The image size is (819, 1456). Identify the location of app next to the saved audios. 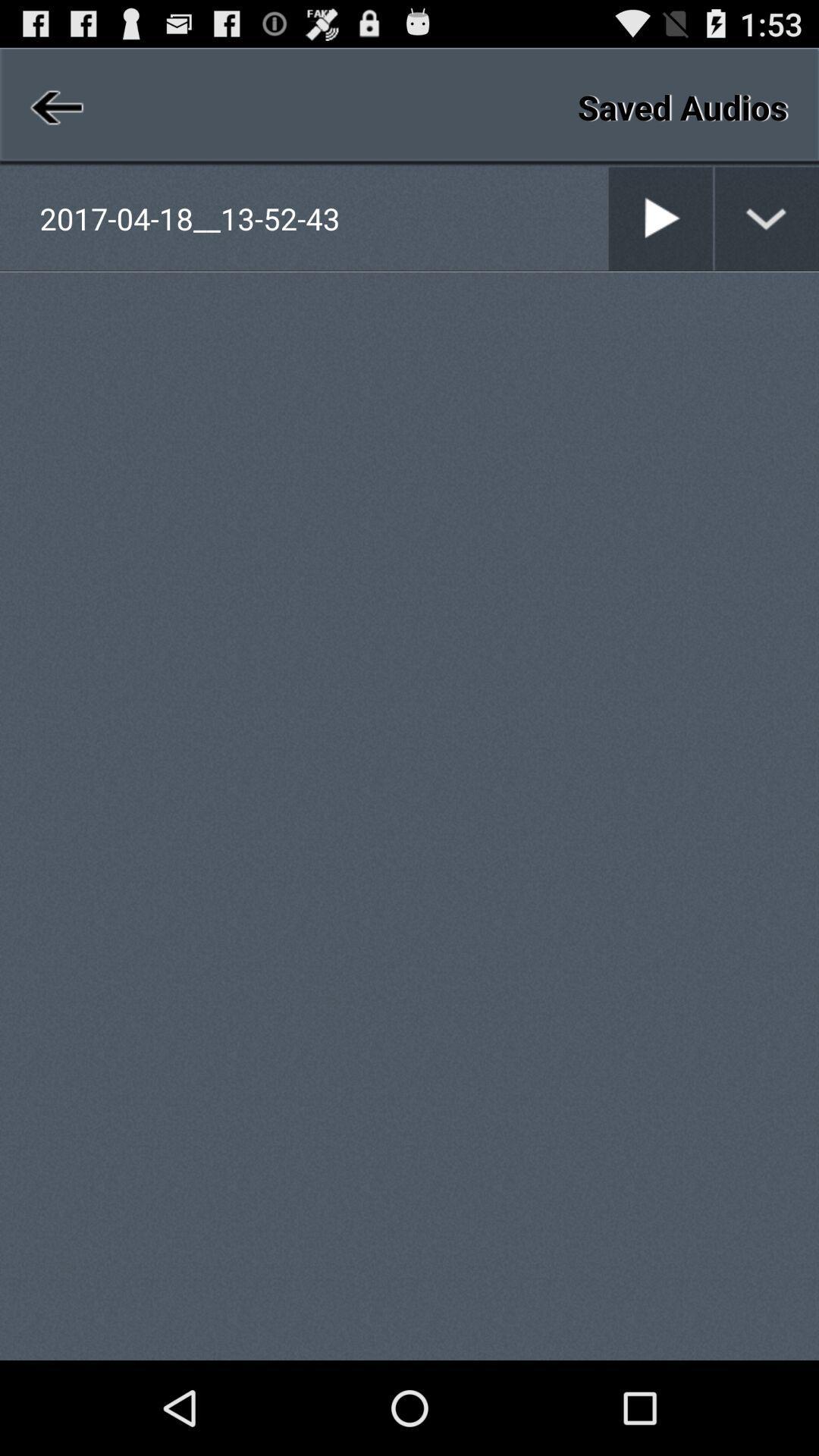
(54, 106).